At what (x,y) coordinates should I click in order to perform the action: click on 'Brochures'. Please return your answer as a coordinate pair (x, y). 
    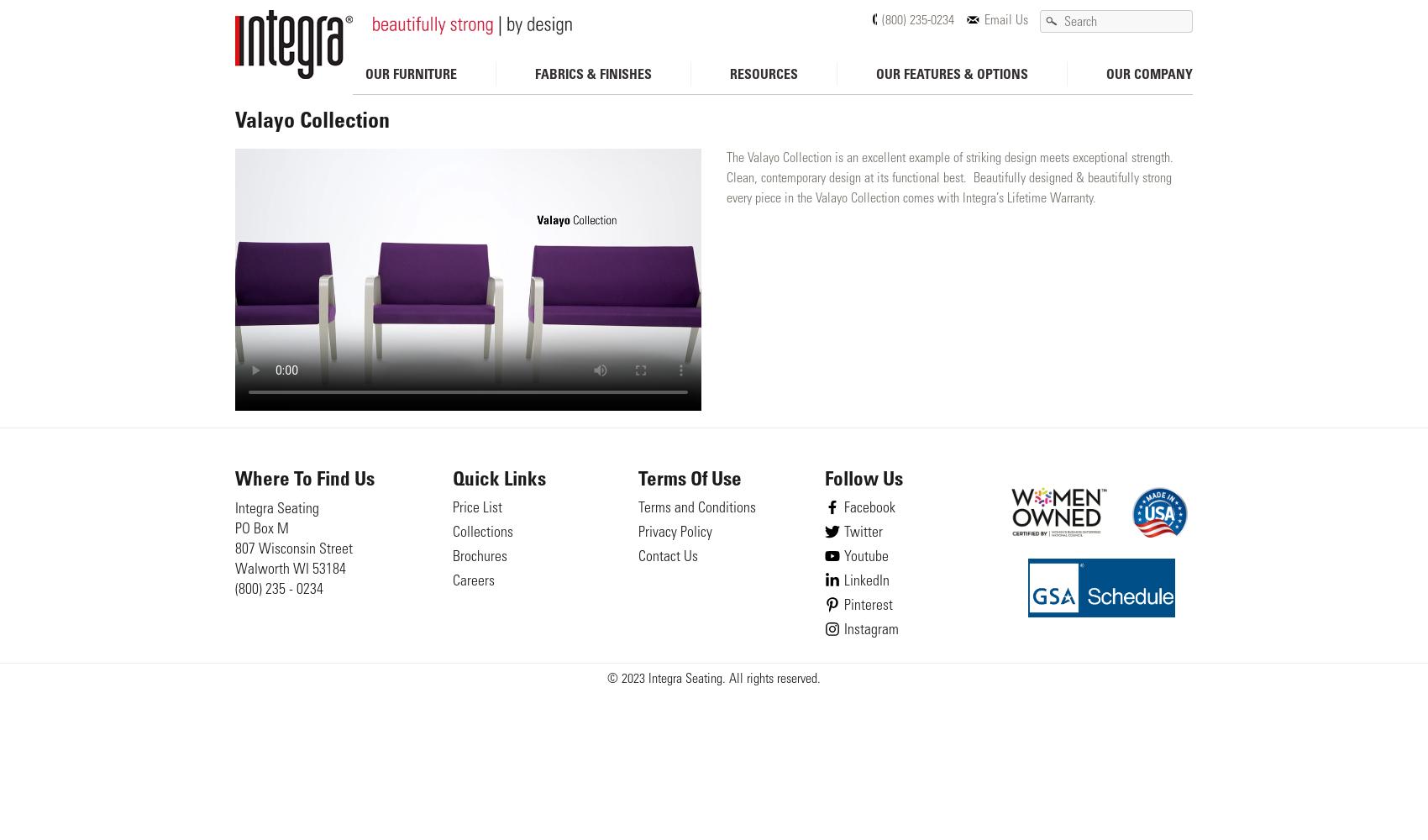
    Looking at the image, I should click on (478, 558).